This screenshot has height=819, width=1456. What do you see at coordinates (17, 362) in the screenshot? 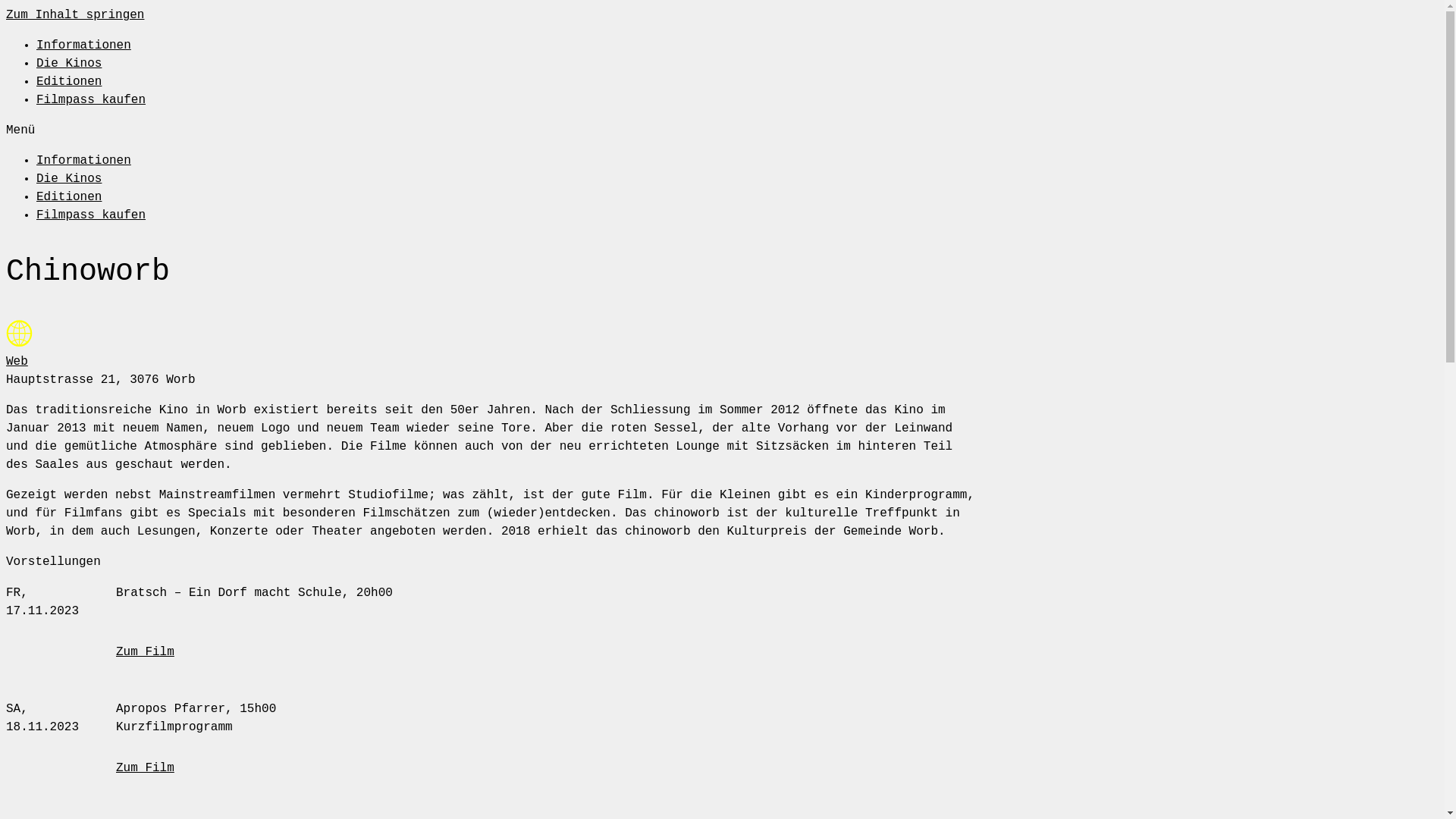
I see `'Web'` at bounding box center [17, 362].